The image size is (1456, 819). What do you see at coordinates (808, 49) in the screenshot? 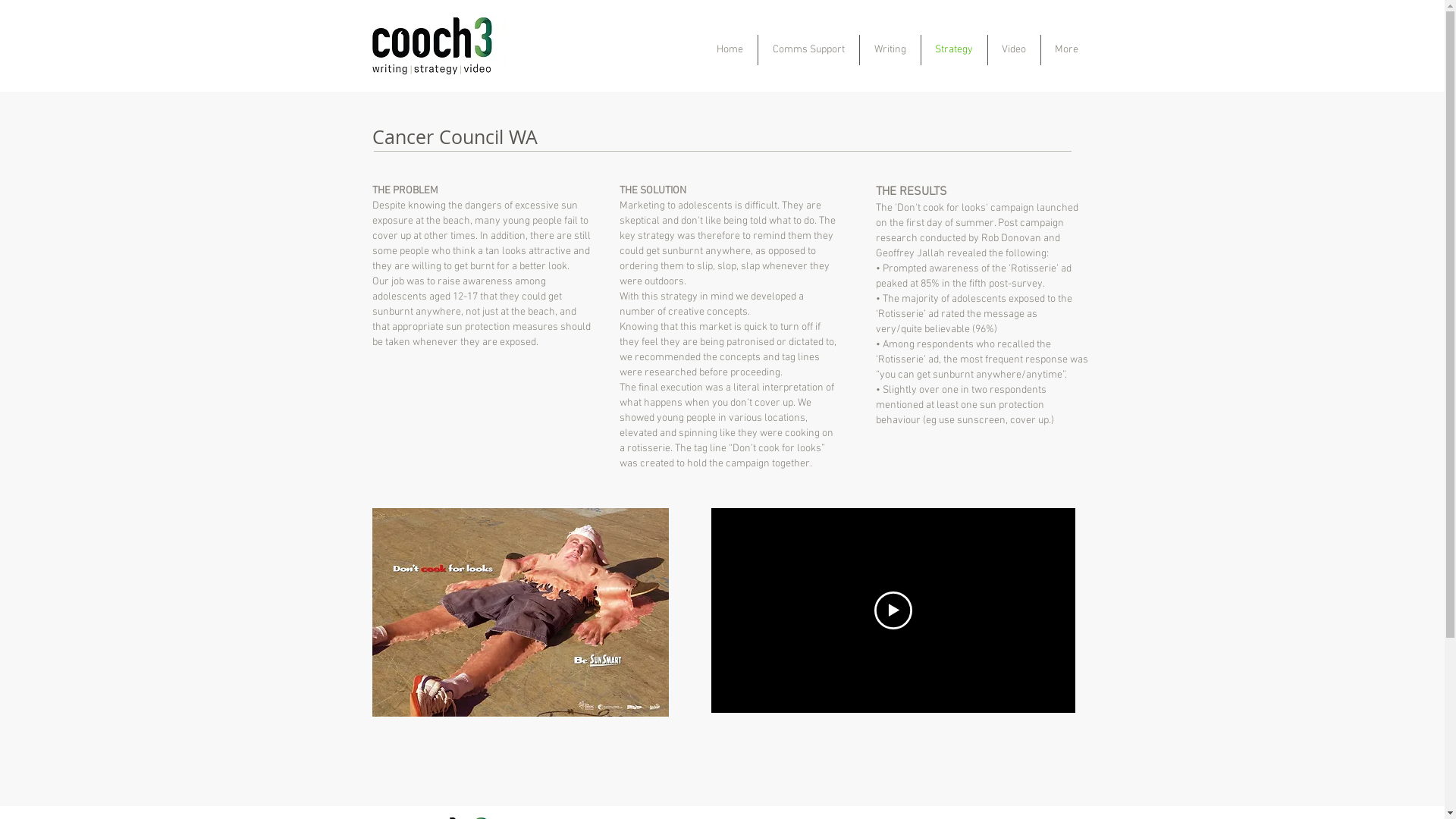
I see `'Comms Support'` at bounding box center [808, 49].